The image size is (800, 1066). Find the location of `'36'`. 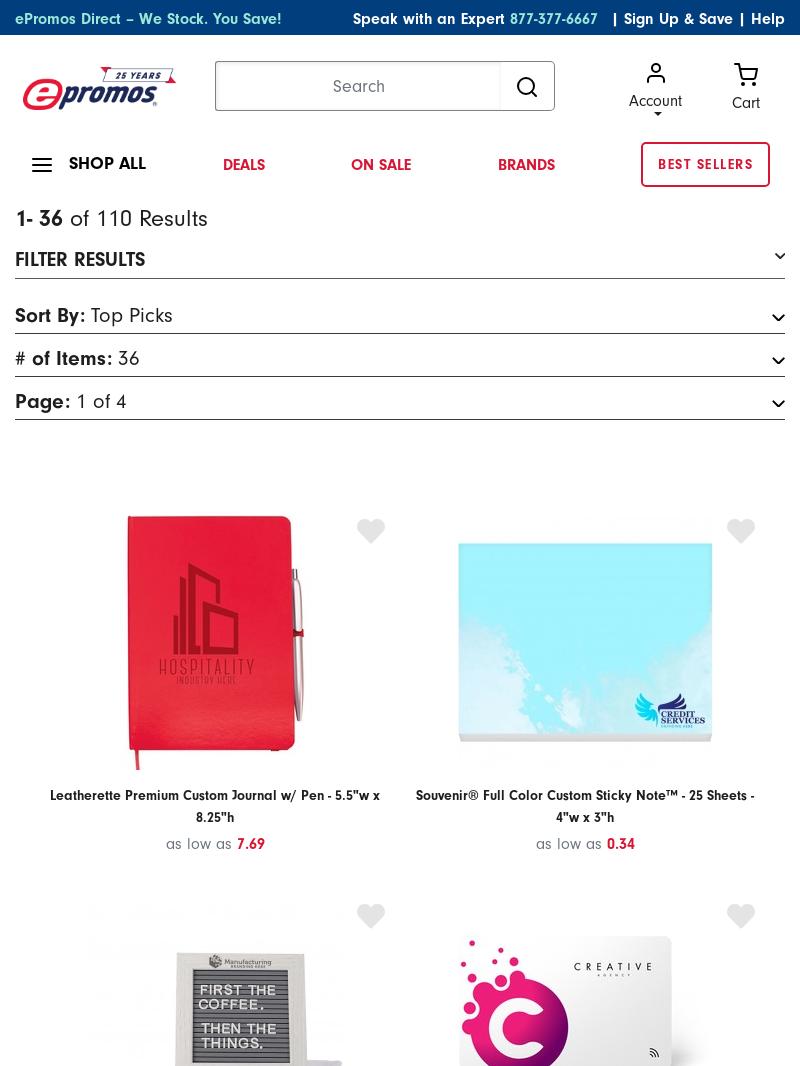

'36' is located at coordinates (128, 357).